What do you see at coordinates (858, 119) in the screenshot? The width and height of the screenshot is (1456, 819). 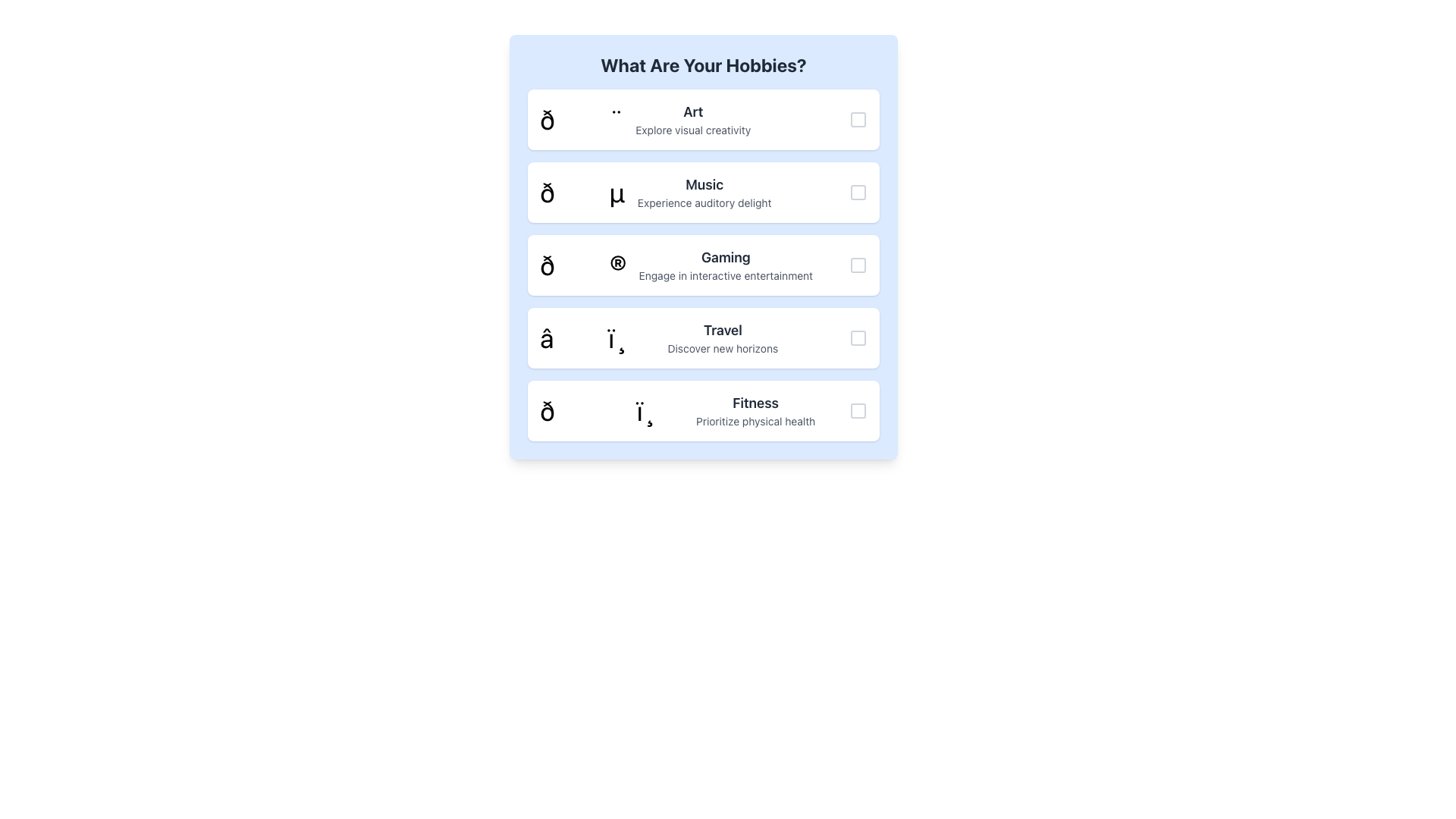 I see `the hollow square icon styled with a gray color located at the far right of the 'Art' option card to interact with keyboard actions` at bounding box center [858, 119].